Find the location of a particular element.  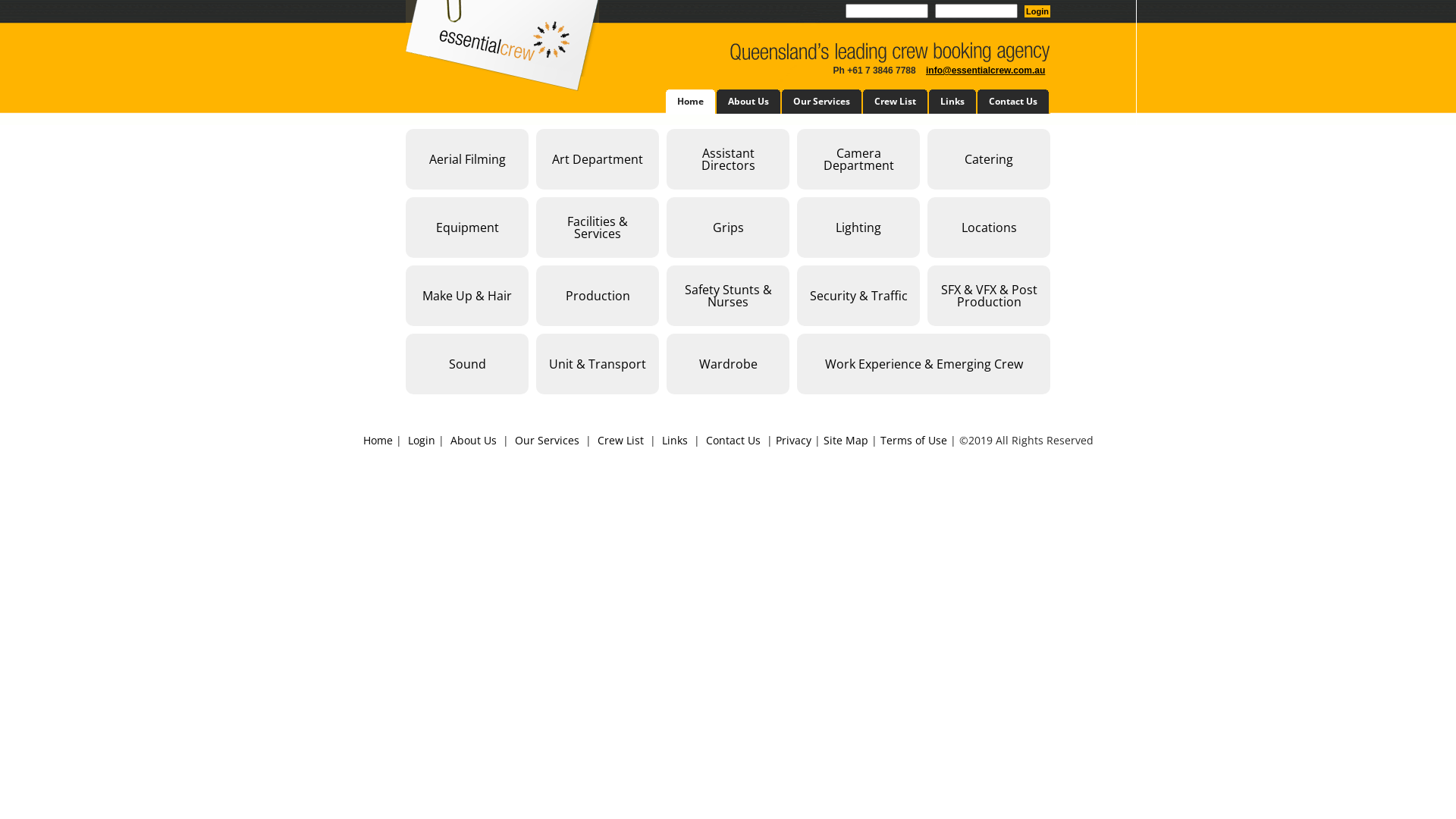

'About Us' is located at coordinates (472, 440).